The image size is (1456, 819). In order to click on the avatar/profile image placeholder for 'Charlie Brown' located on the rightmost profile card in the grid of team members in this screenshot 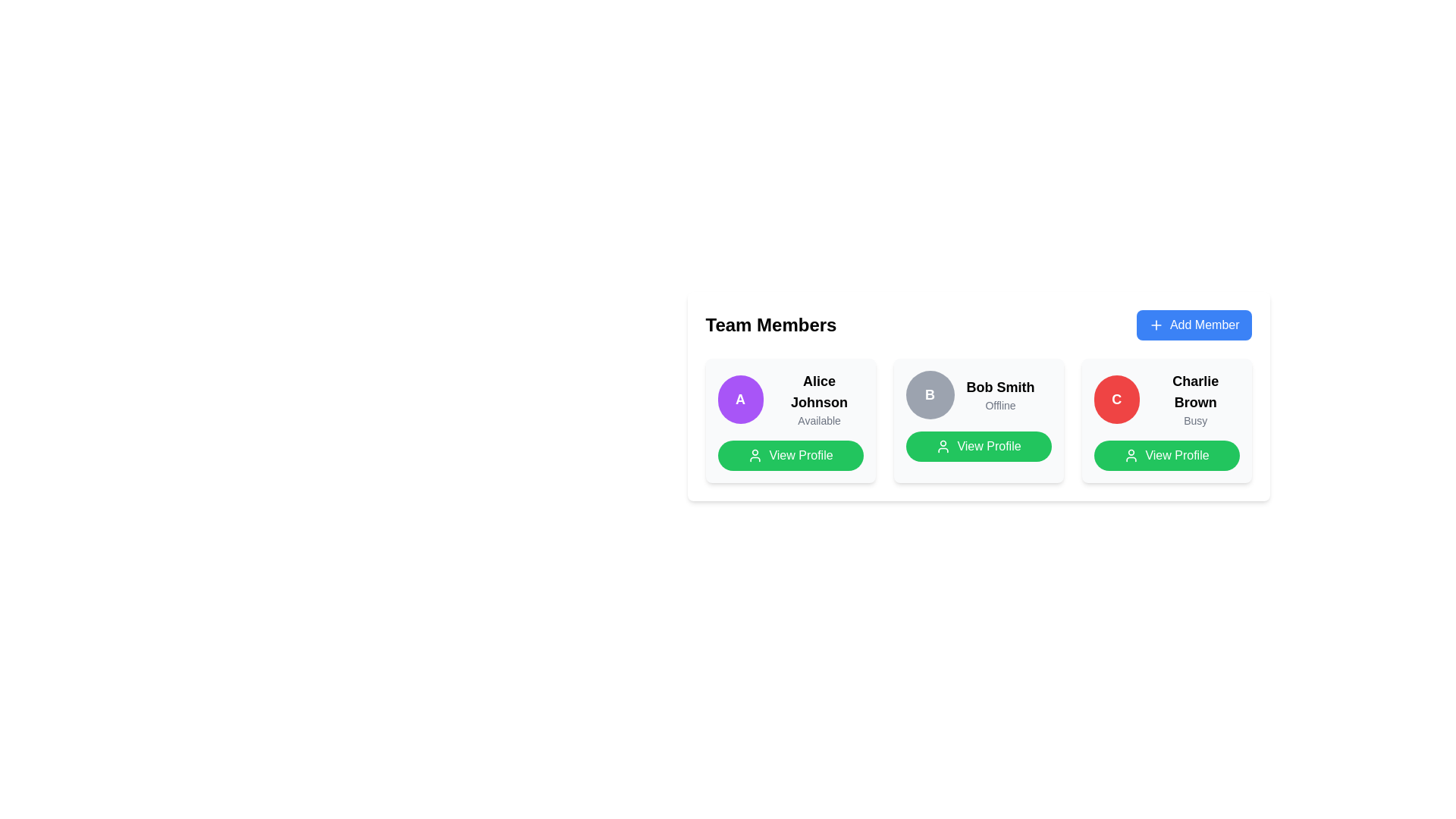, I will do `click(1116, 399)`.